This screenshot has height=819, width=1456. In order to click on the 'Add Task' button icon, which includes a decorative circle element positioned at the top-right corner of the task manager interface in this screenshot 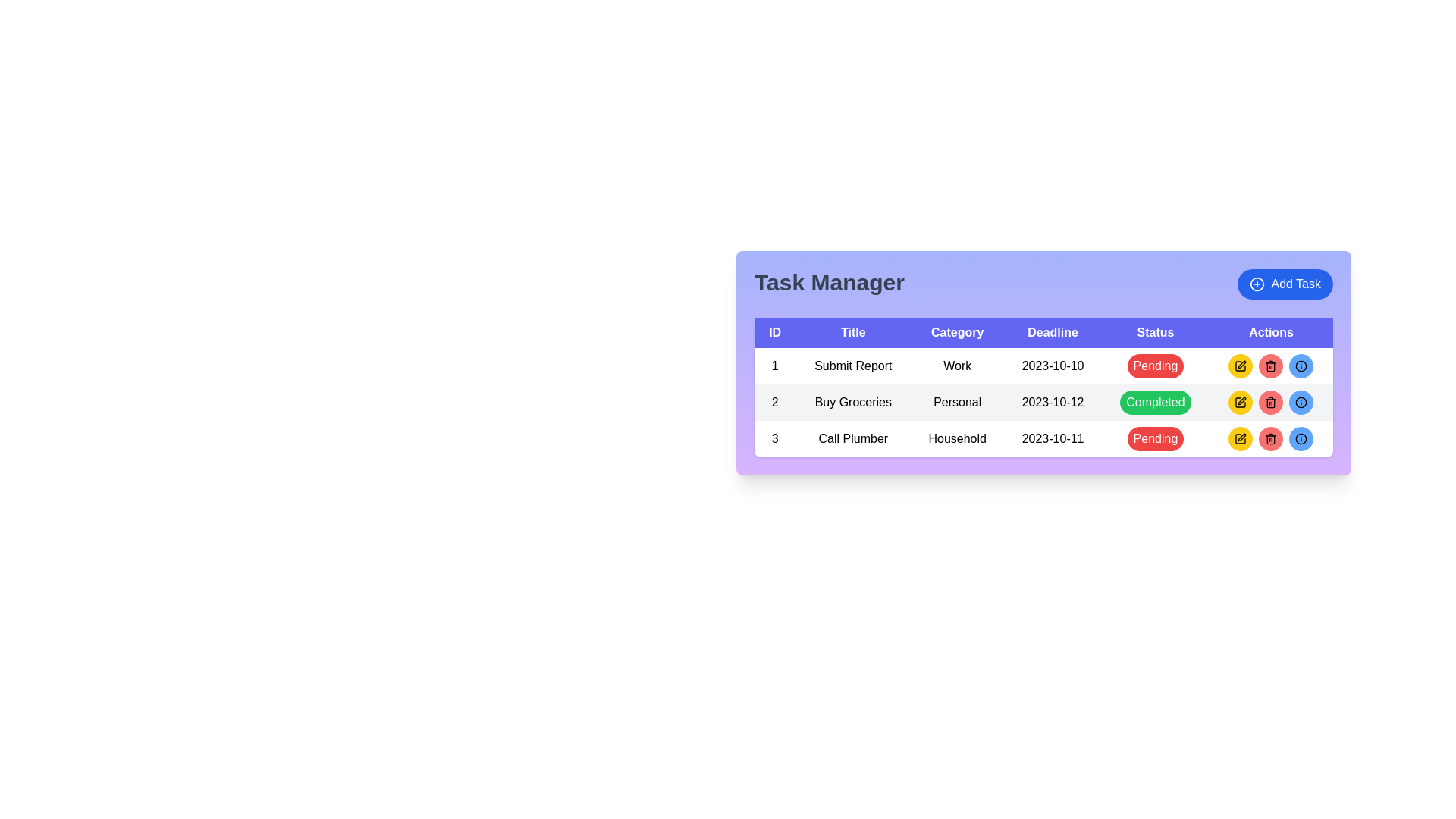, I will do `click(1257, 284)`.